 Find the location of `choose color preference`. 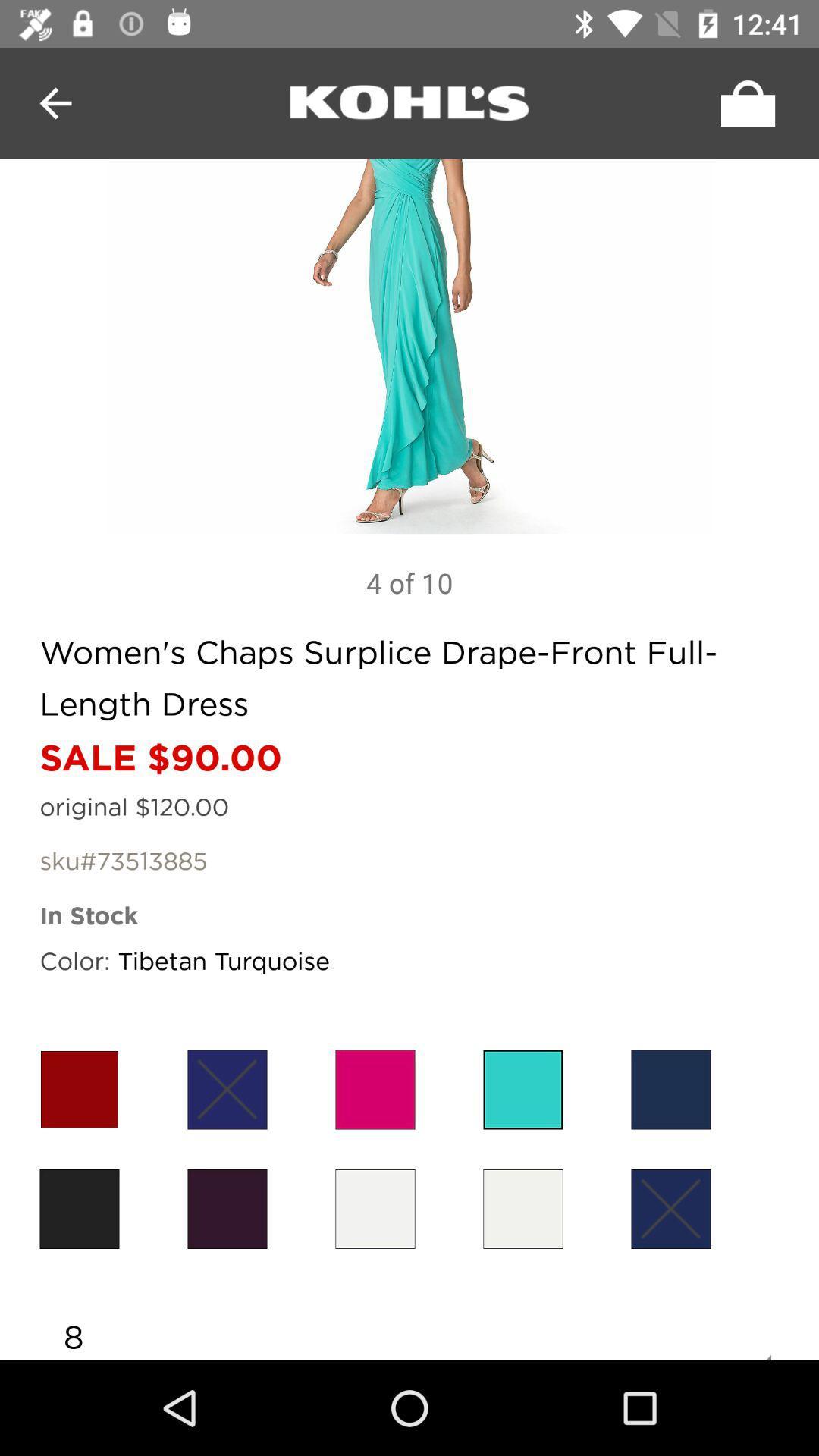

choose color preference is located at coordinates (79, 1208).